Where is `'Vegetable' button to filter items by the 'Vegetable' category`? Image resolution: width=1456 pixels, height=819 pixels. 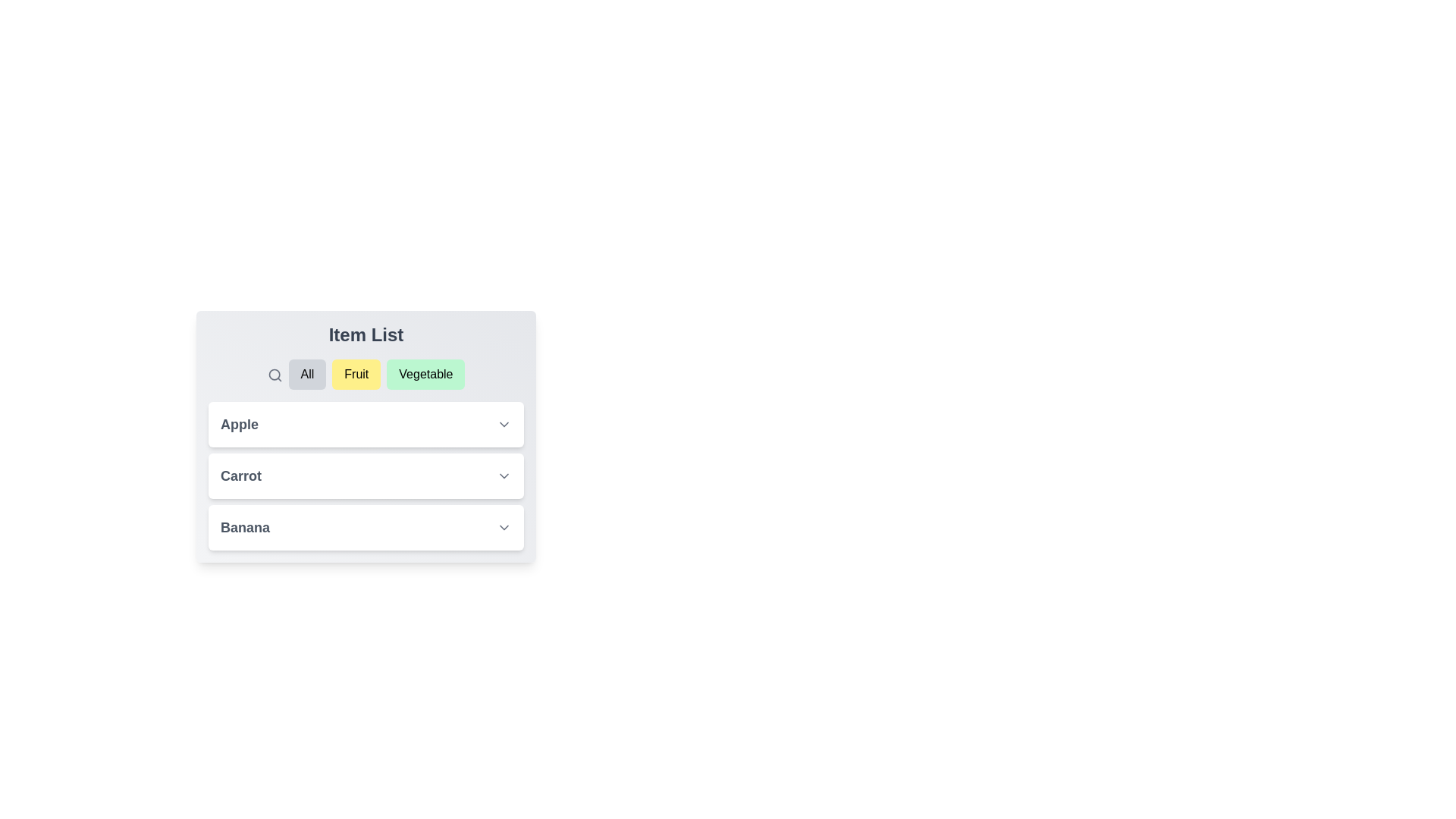 'Vegetable' button to filter items by the 'Vegetable' category is located at coordinates (425, 374).